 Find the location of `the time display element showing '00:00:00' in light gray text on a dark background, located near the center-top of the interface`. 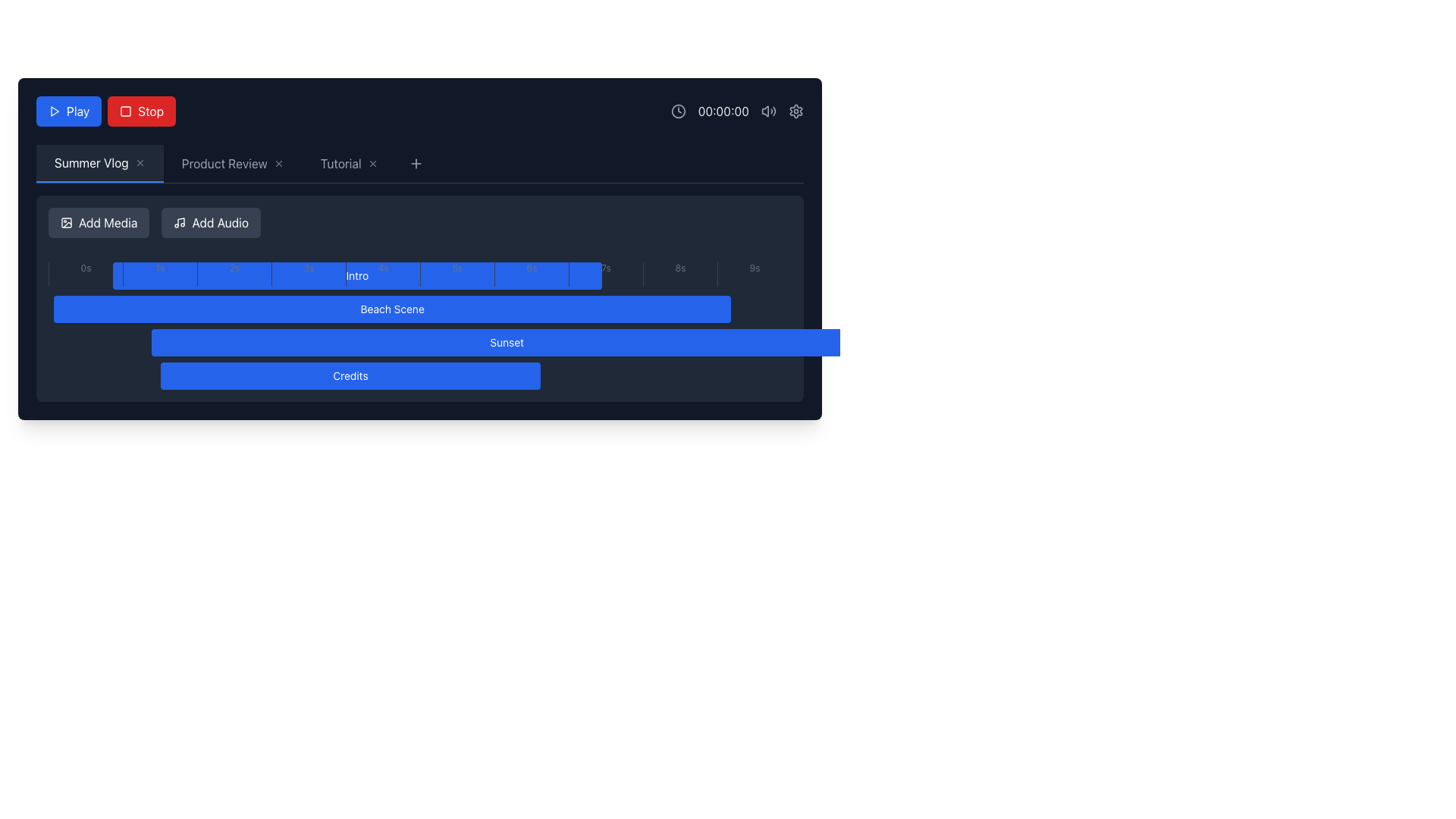

the time display element showing '00:00:00' in light gray text on a dark background, located near the center-top of the interface is located at coordinates (723, 110).